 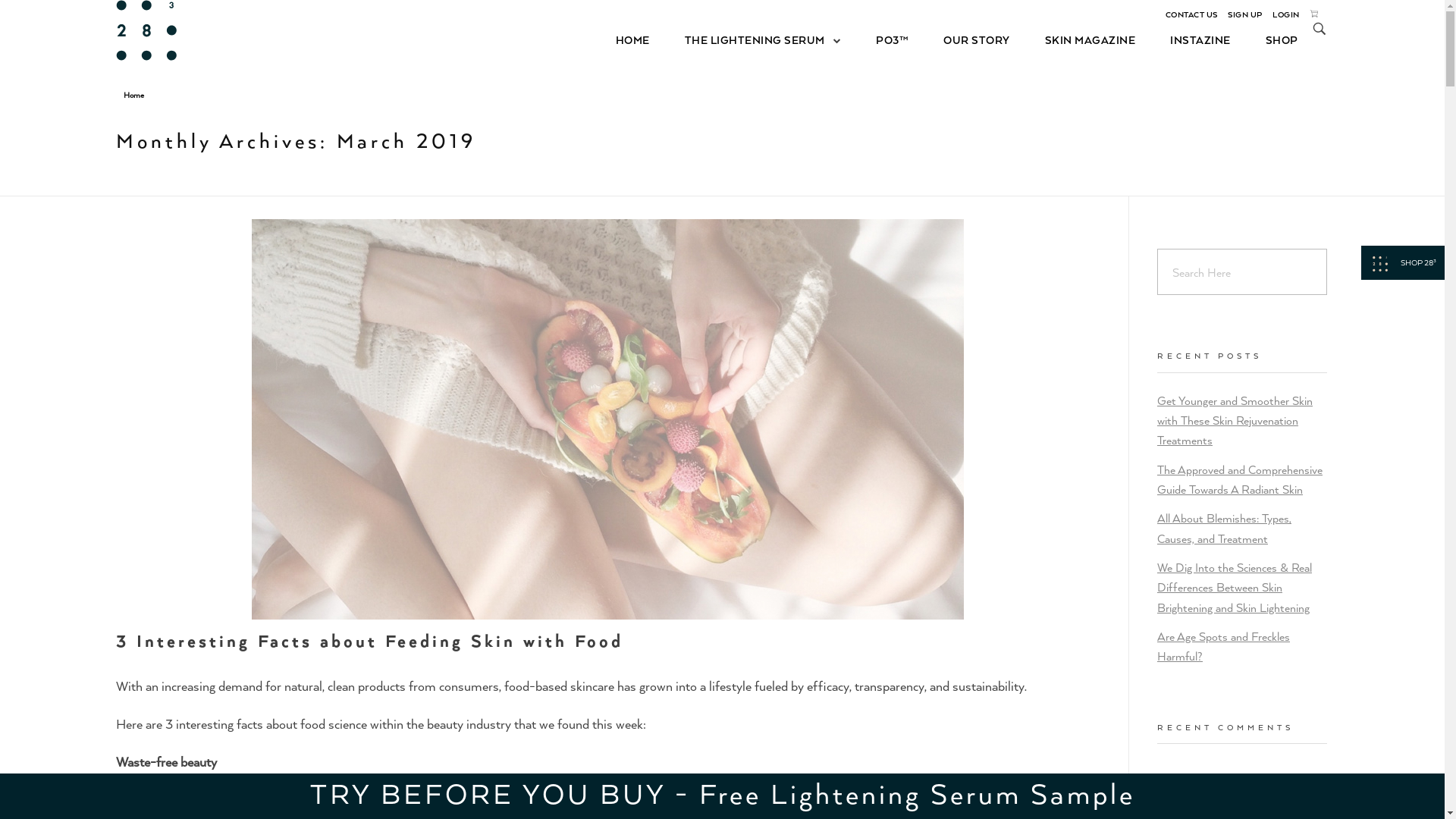 I want to click on 'LOGIN', so click(x=1272, y=14).